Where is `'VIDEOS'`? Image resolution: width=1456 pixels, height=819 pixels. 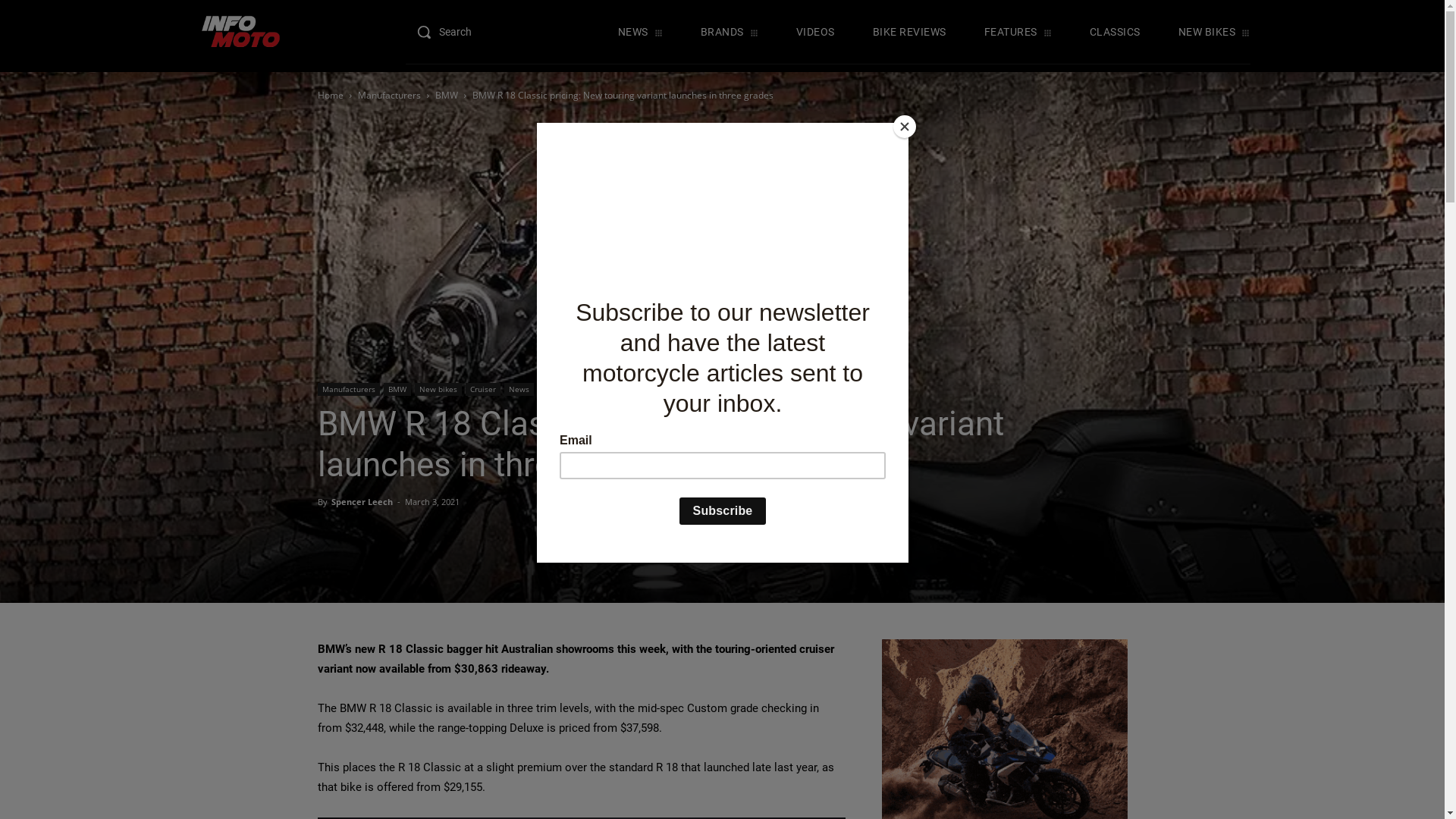
'VIDEOS' is located at coordinates (814, 32).